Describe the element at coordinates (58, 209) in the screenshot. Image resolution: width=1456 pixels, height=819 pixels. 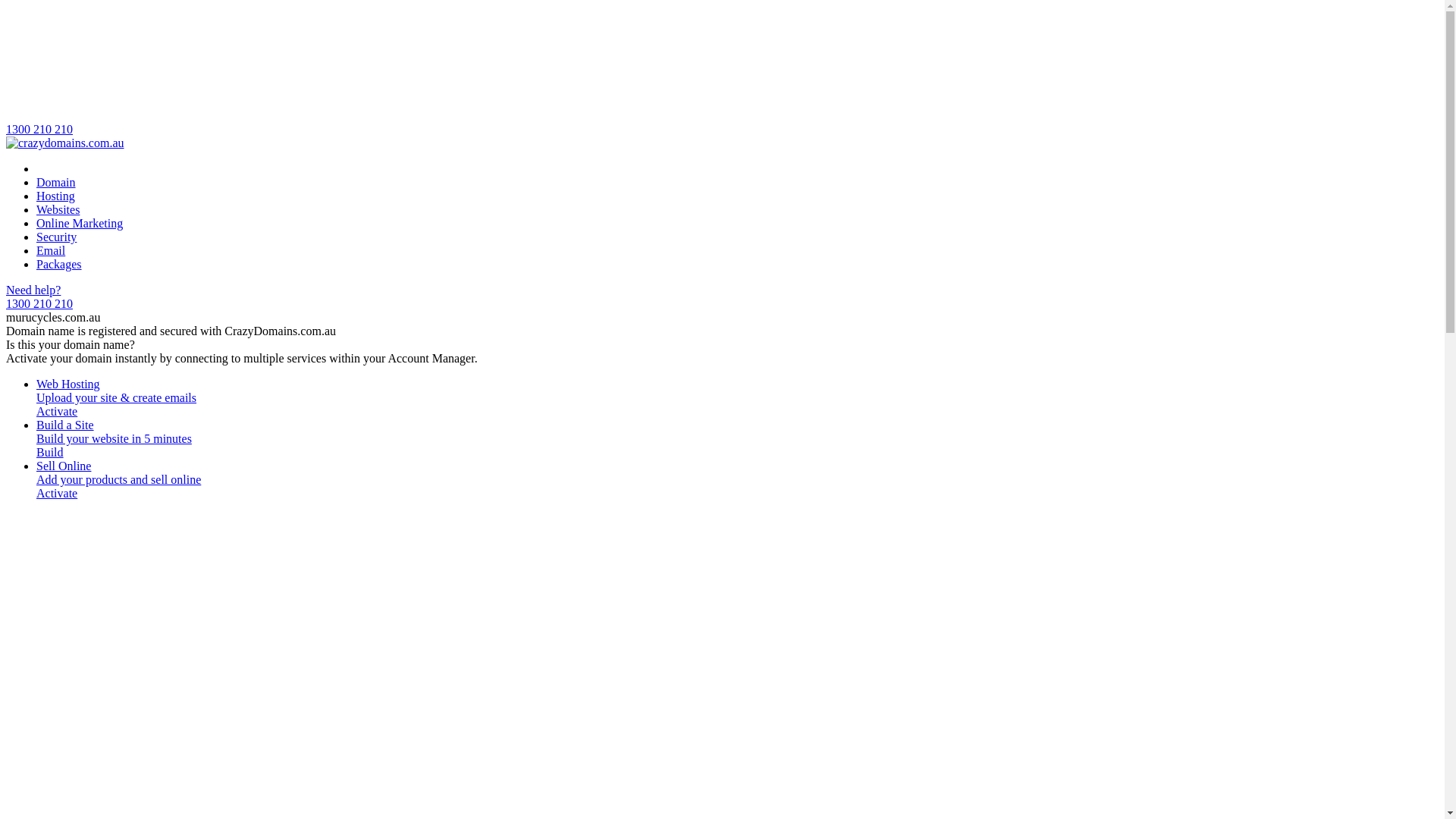
I see `'Websites'` at that location.